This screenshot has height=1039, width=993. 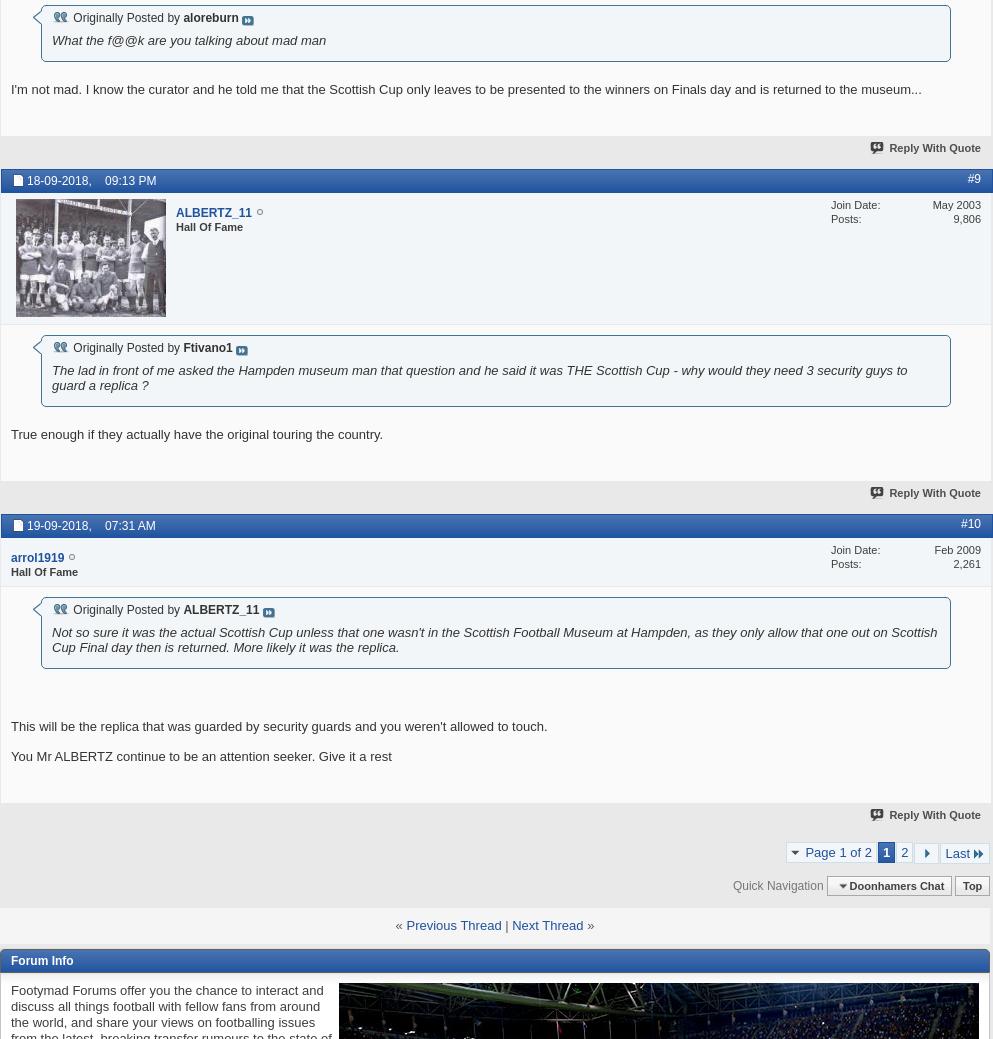 What do you see at coordinates (732, 885) in the screenshot?
I see `'Quick Navigation'` at bounding box center [732, 885].